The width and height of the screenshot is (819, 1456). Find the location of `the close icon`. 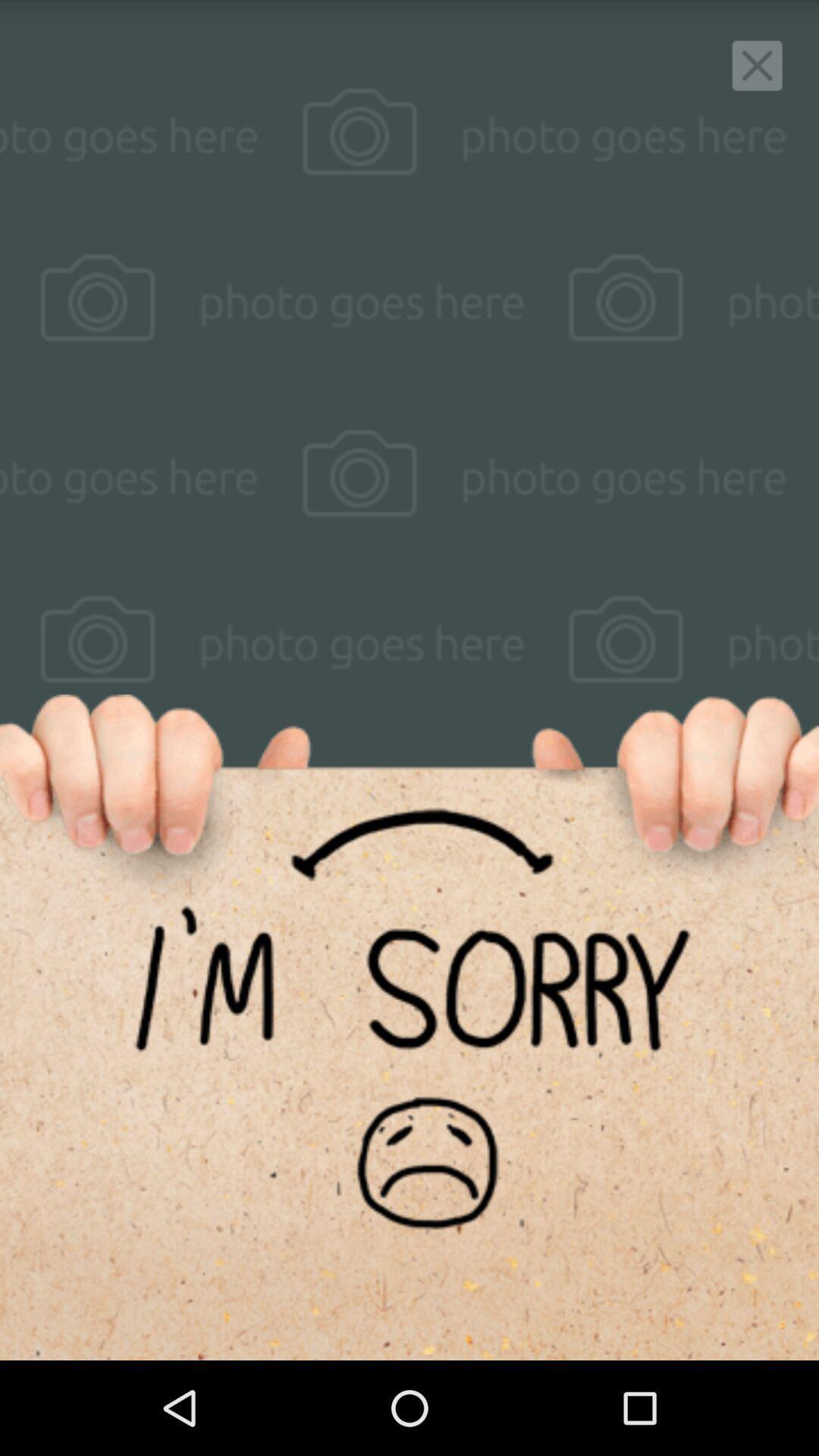

the close icon is located at coordinates (757, 69).